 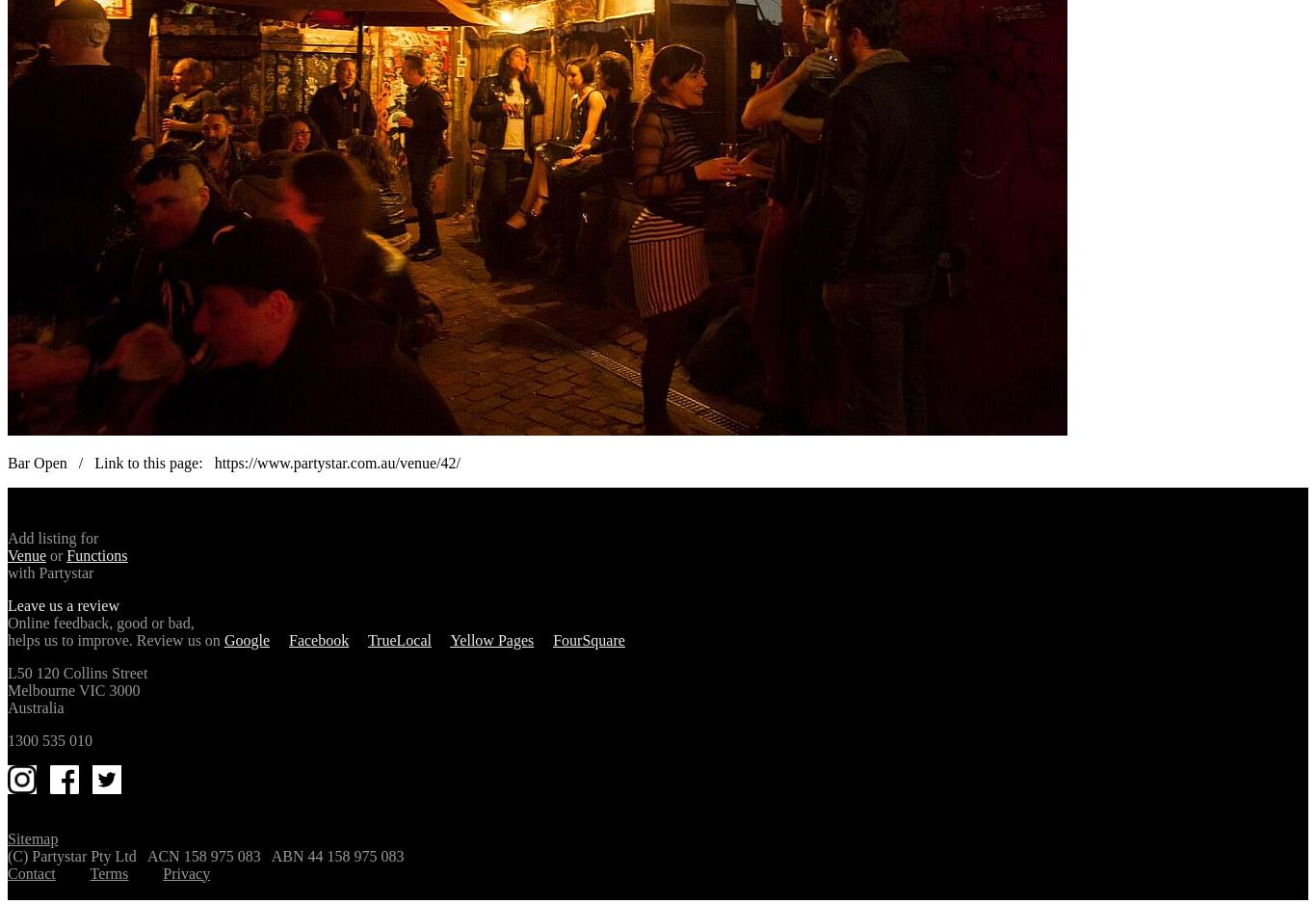 What do you see at coordinates (50, 571) in the screenshot?
I see `'with Partystar'` at bounding box center [50, 571].